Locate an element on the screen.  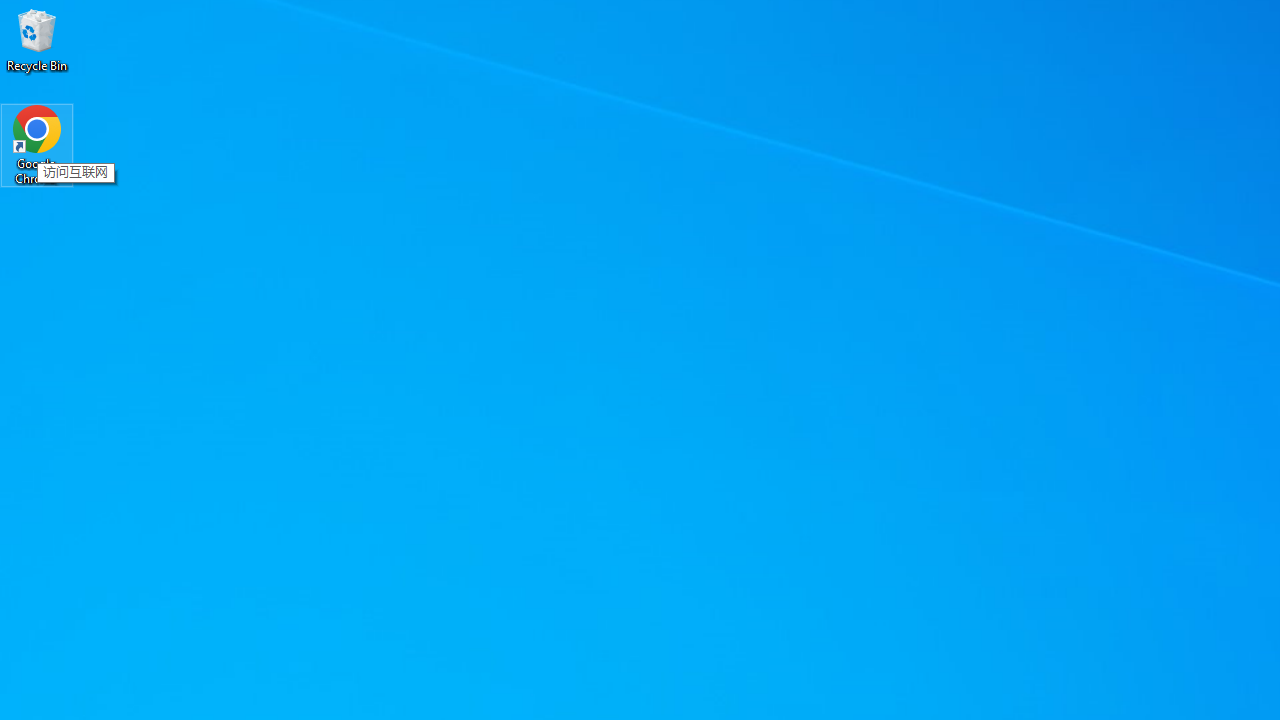
'Recycle Bin' is located at coordinates (37, 39).